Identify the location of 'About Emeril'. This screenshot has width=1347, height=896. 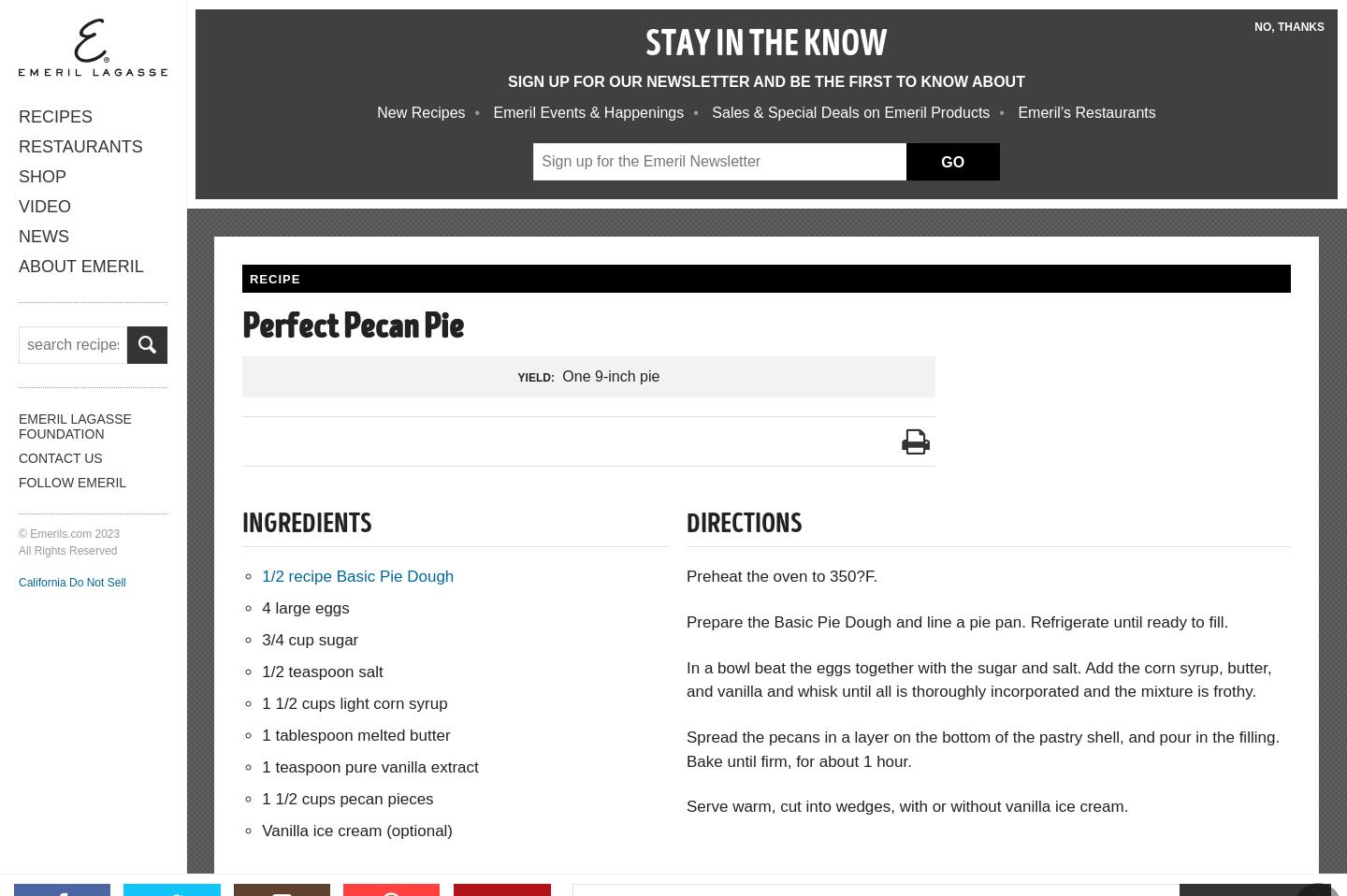
(80, 266).